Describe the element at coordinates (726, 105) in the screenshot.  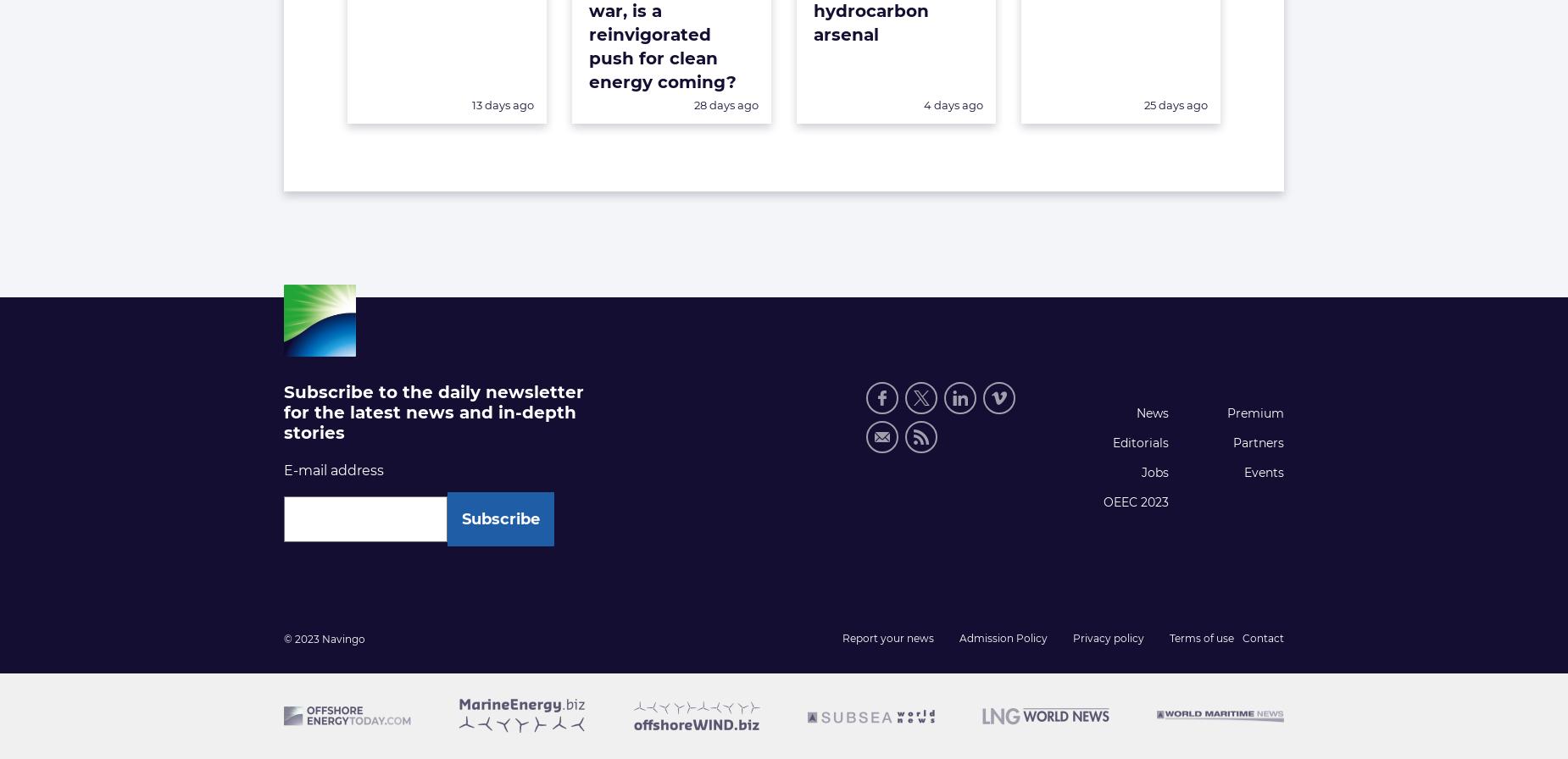
I see `'28 days ago'` at that location.